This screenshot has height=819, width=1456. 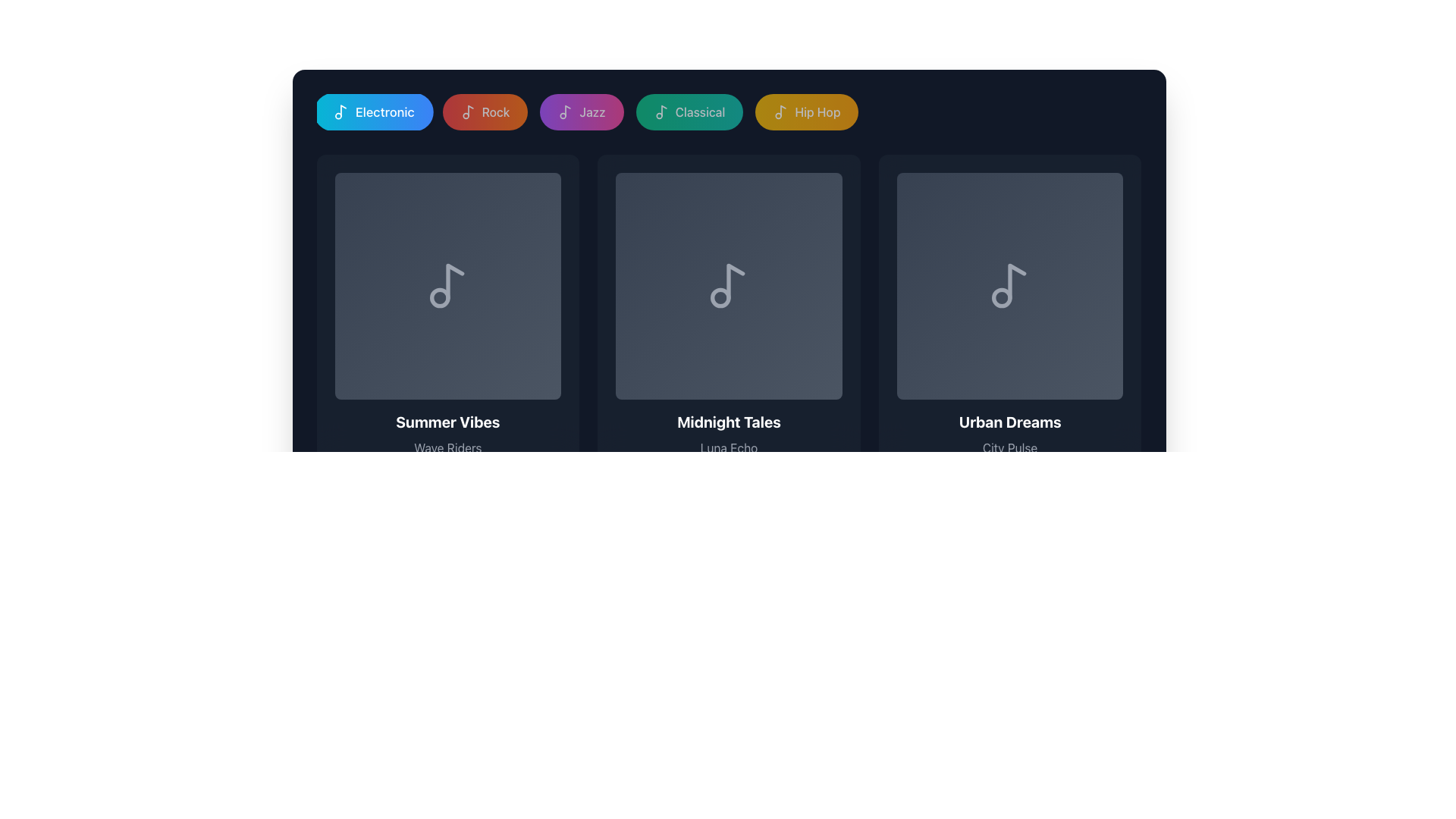 I want to click on properties of the Progress bar located near the lower center of the interface, which has a dark gray background and a green segment indicating progress, so click(x=714, y=542).